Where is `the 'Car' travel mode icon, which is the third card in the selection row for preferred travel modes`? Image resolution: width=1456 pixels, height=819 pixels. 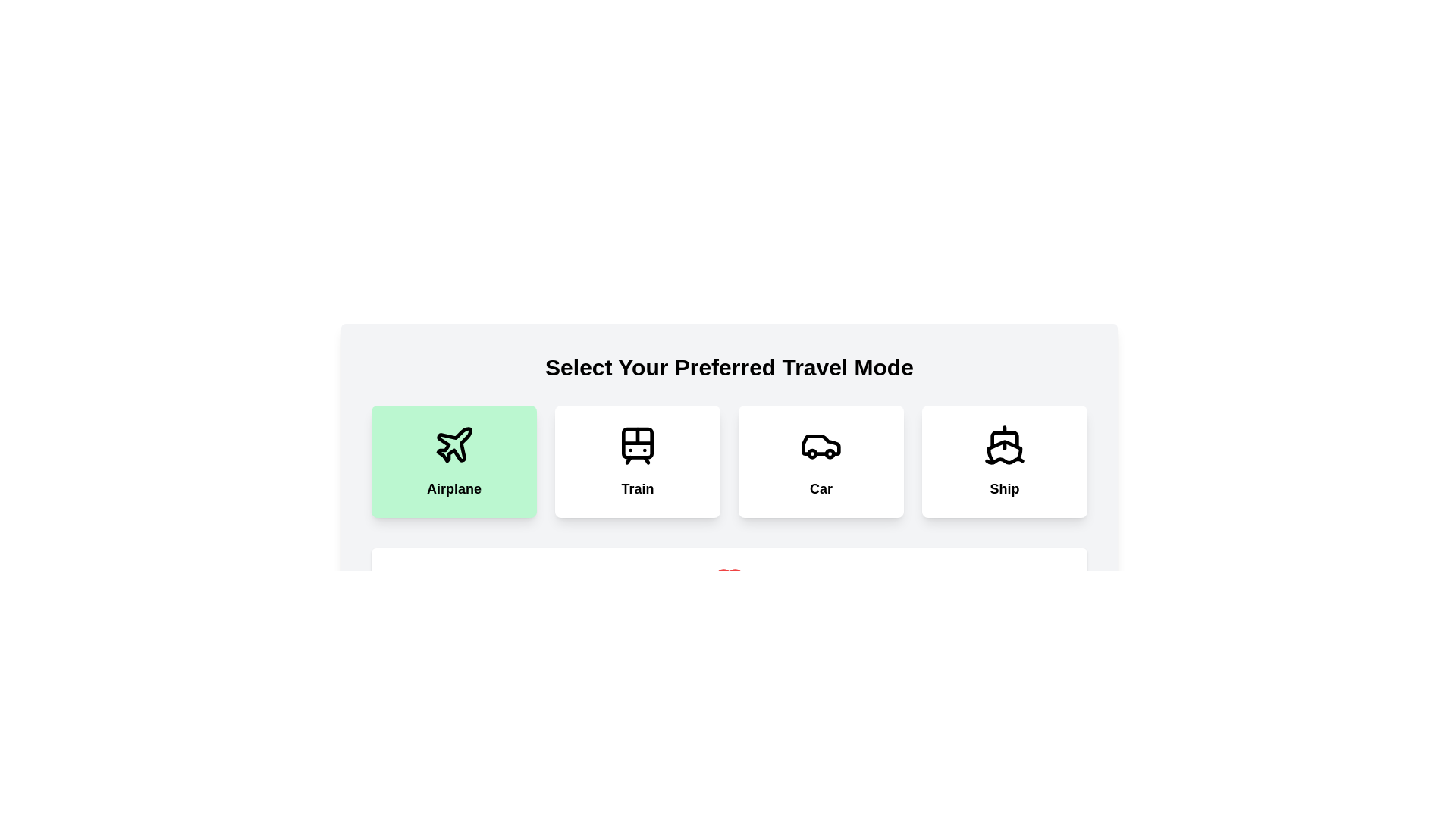 the 'Car' travel mode icon, which is the third card in the selection row for preferred travel modes is located at coordinates (821, 444).